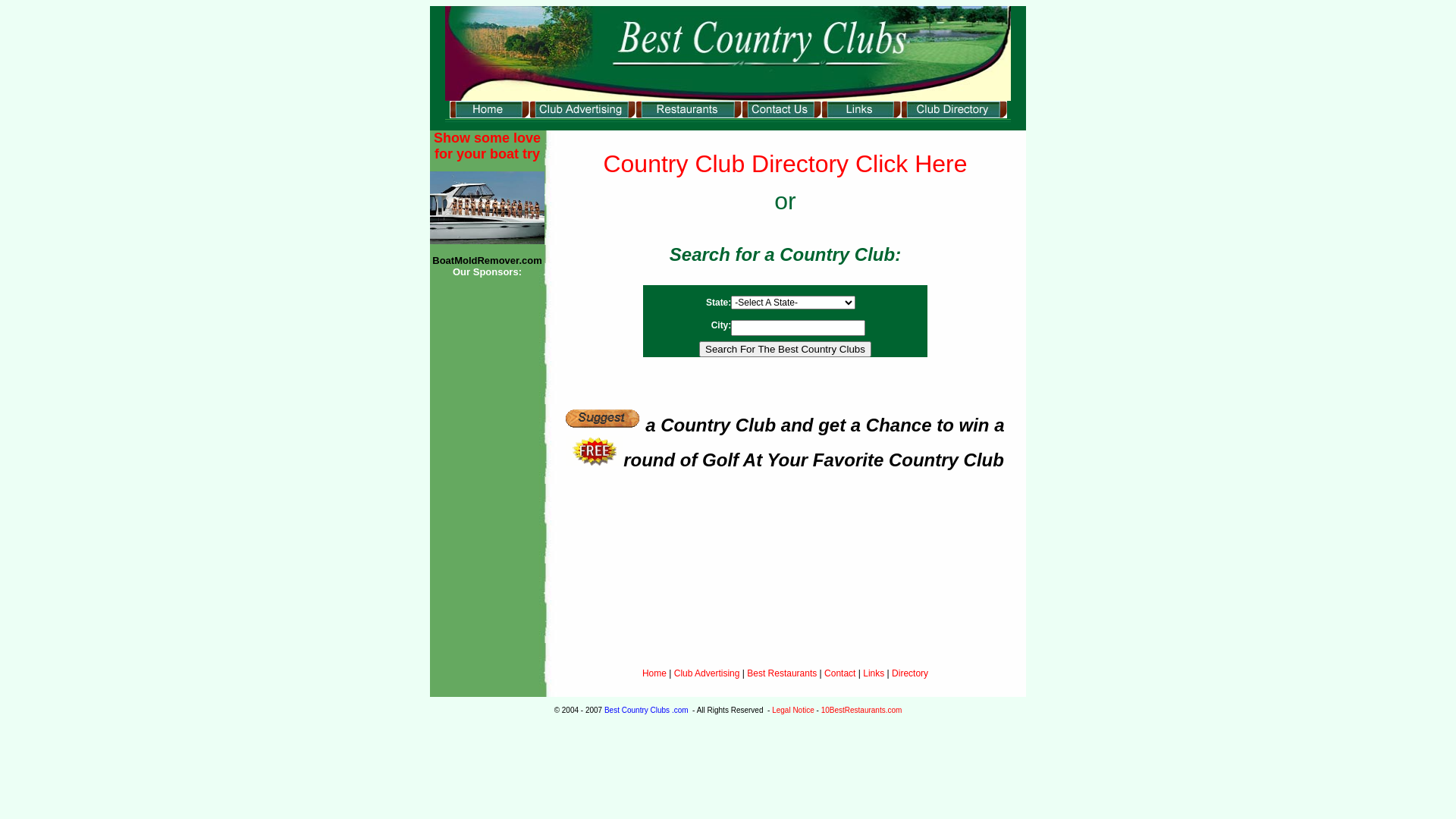  What do you see at coordinates (785, 349) in the screenshot?
I see `'Search For The Best Country Clubs'` at bounding box center [785, 349].